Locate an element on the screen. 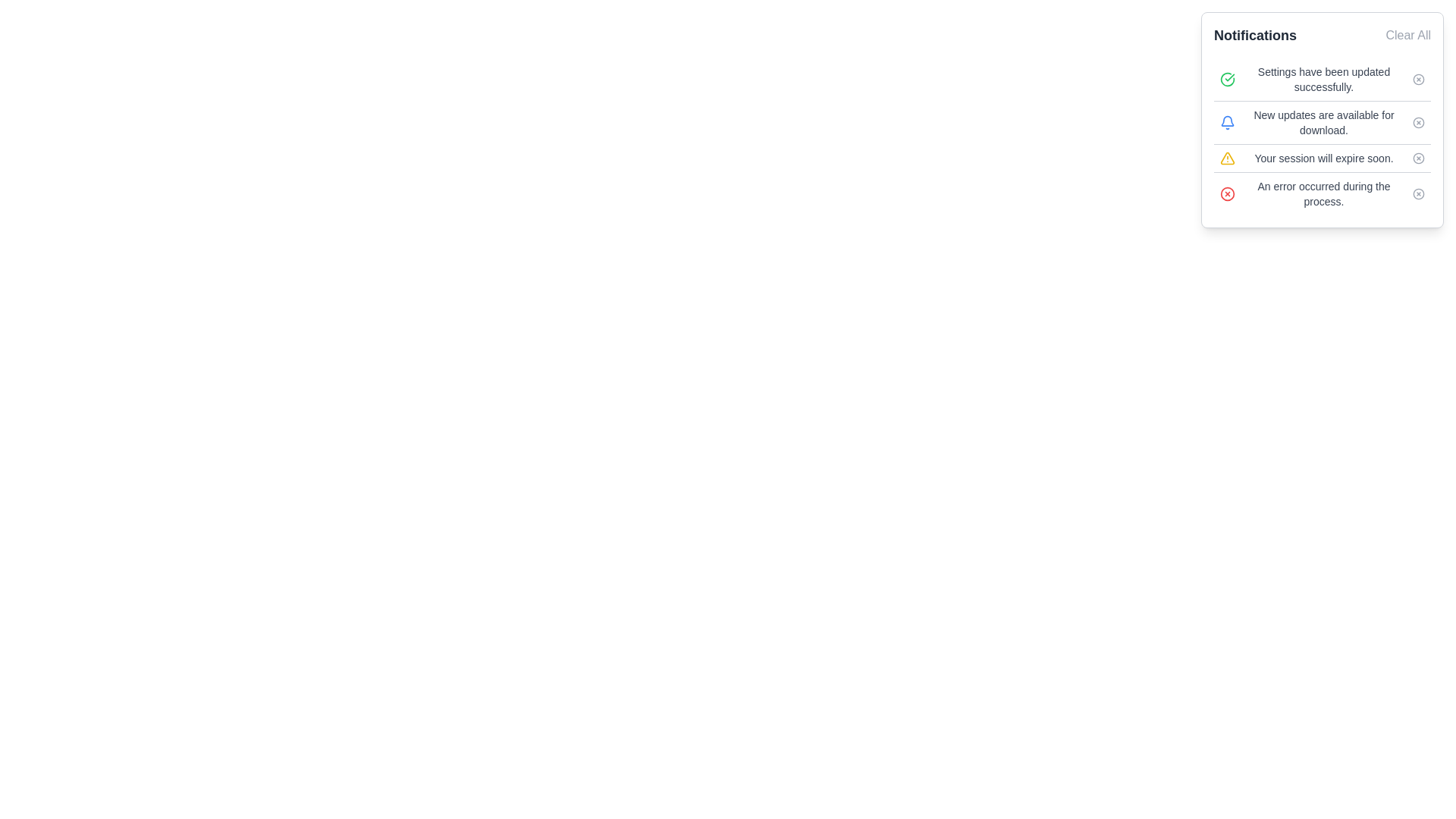  text content of the notification stating 'Settings have been updated successfully.' which is displayed in a small gray font within the first notification entry is located at coordinates (1323, 79).